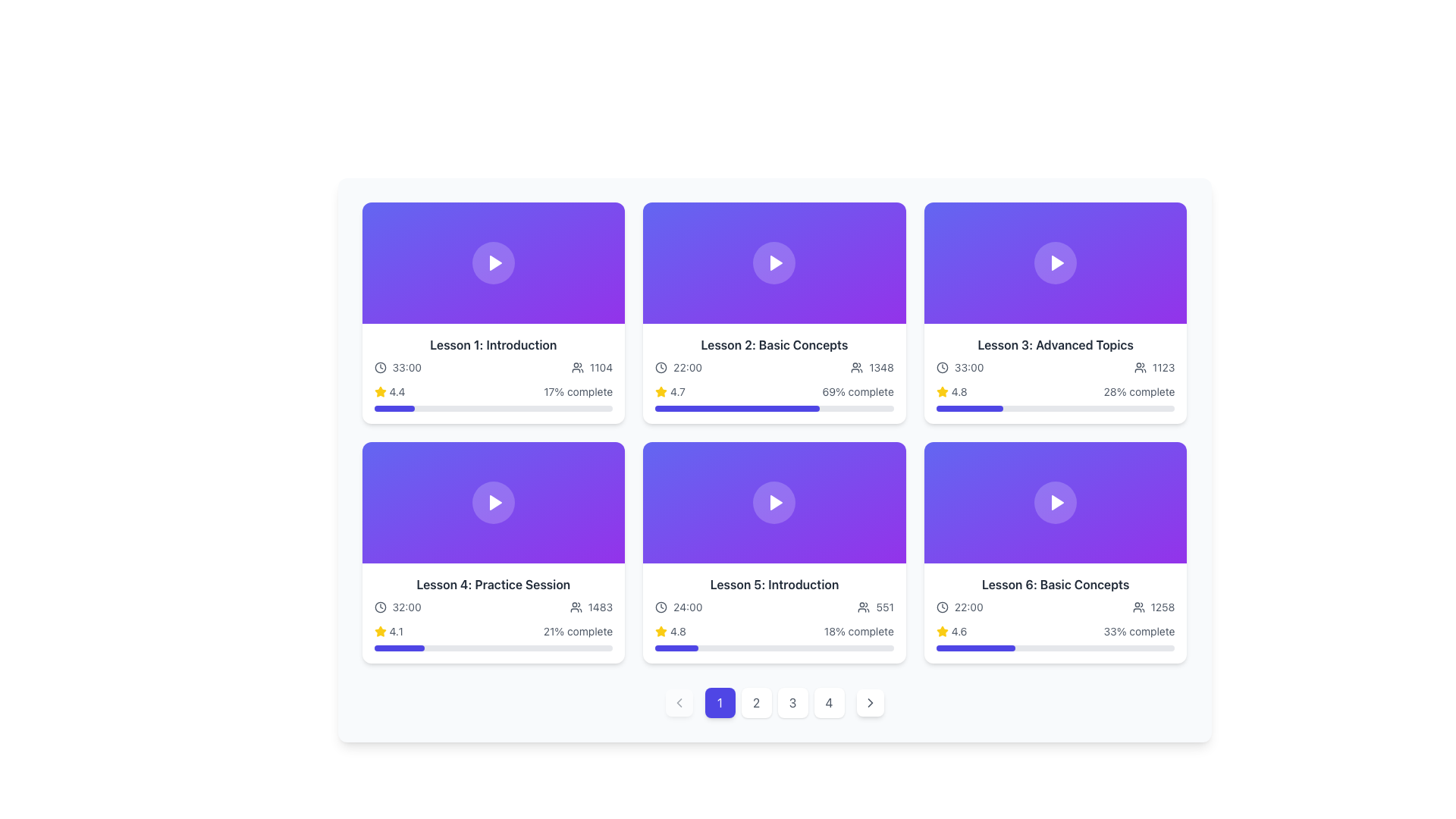 The image size is (1456, 819). Describe the element at coordinates (941, 368) in the screenshot. I see `the time icon representing the duration of the lesson, which is located to the left of the text '33:00' within the card for Lesson 3: Advanced Topics` at that location.